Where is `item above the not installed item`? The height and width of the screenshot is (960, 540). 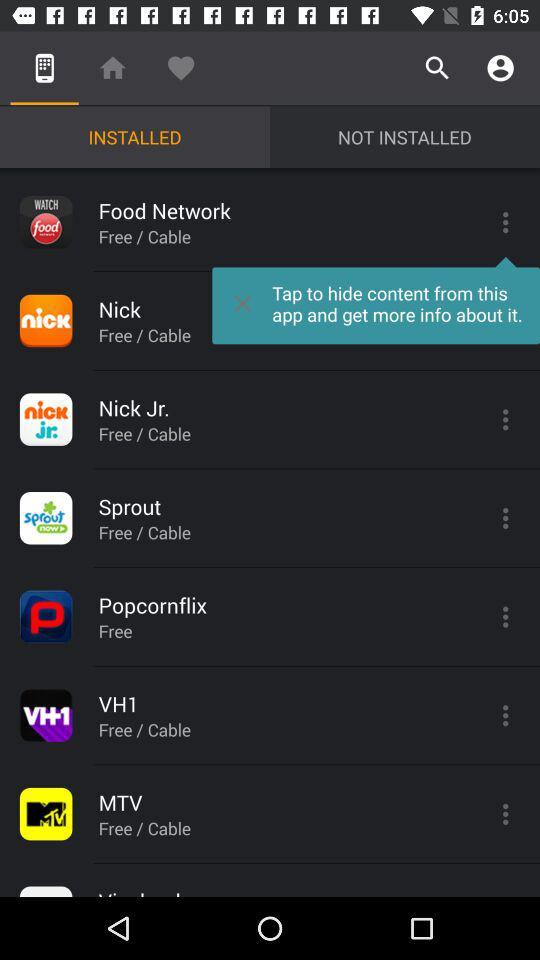
item above the not installed item is located at coordinates (436, 68).